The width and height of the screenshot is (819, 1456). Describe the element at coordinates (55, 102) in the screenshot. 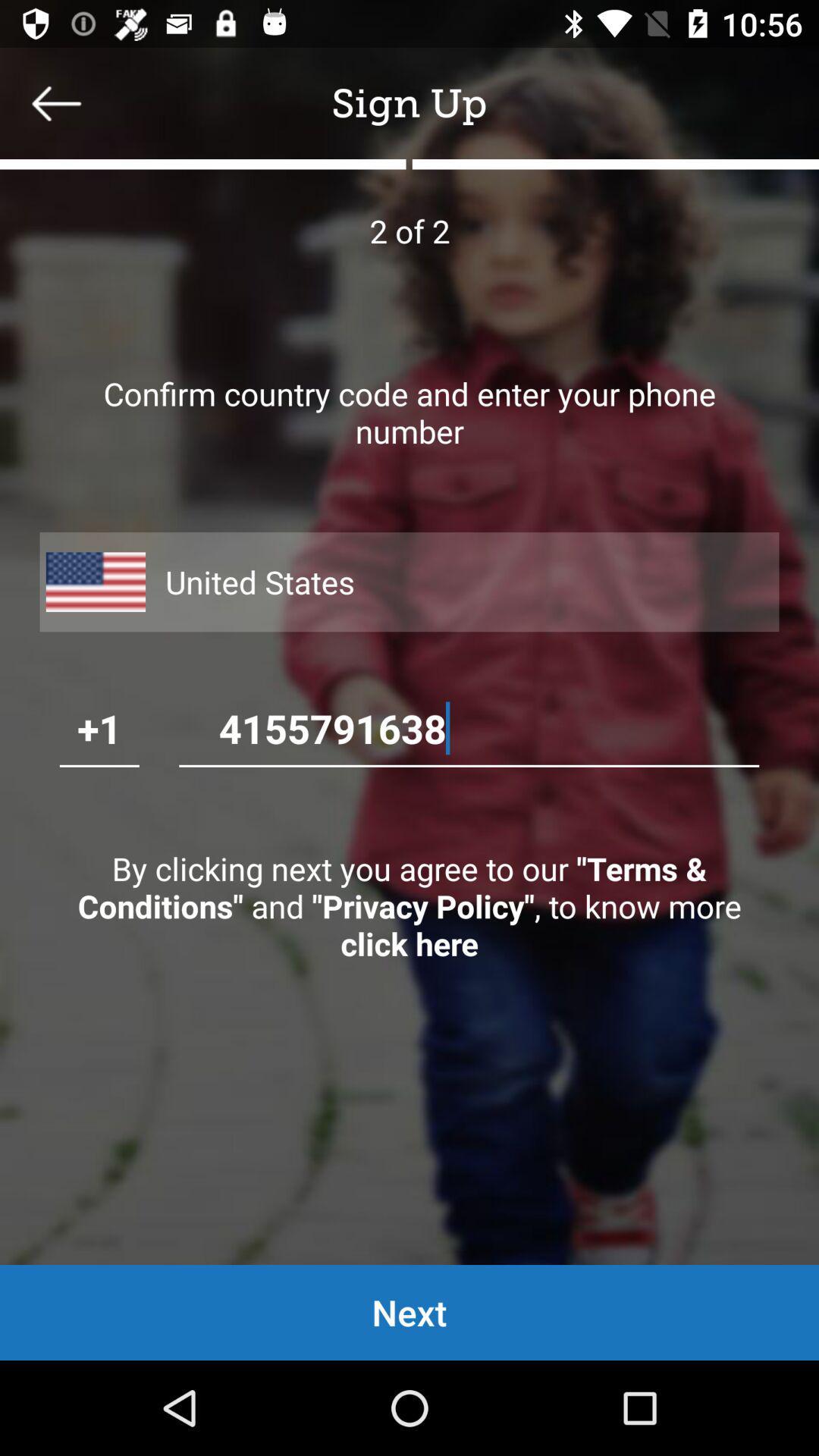

I see `back` at that location.